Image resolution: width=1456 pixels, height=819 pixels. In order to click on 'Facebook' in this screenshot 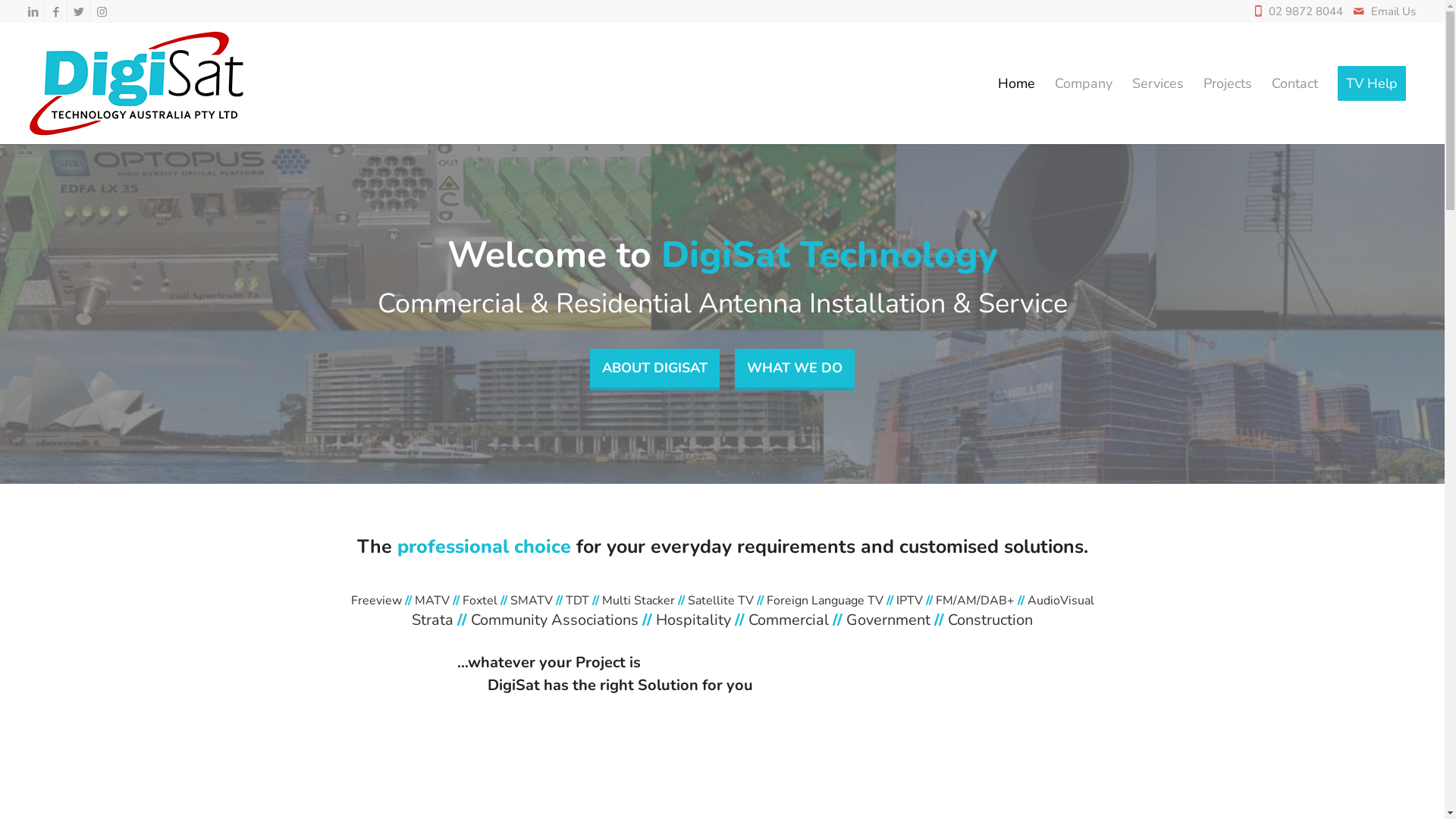, I will do `click(55, 11)`.